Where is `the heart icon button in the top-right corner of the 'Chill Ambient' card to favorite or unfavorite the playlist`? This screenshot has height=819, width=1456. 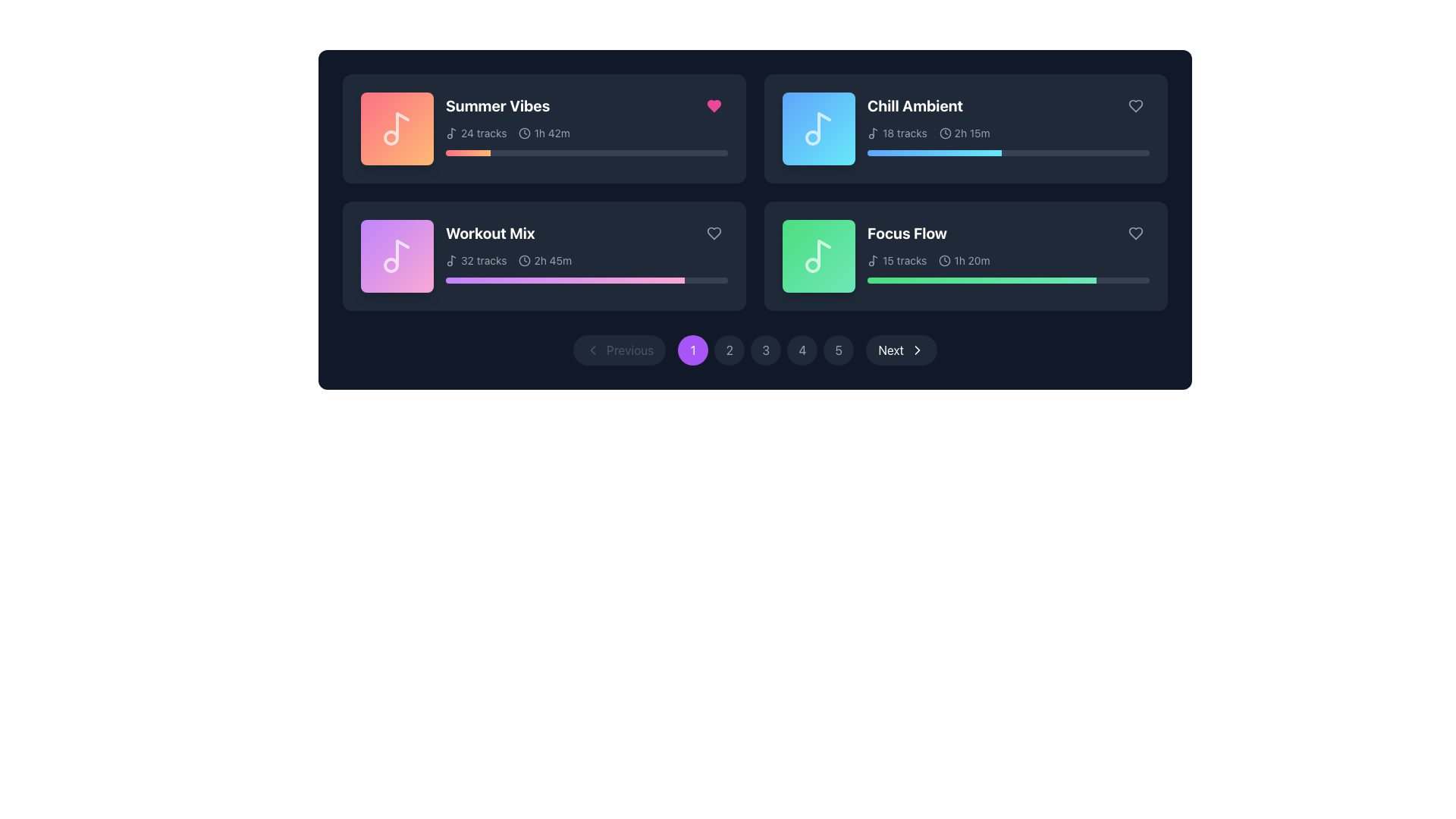 the heart icon button in the top-right corner of the 'Chill Ambient' card to favorite or unfavorite the playlist is located at coordinates (1135, 105).